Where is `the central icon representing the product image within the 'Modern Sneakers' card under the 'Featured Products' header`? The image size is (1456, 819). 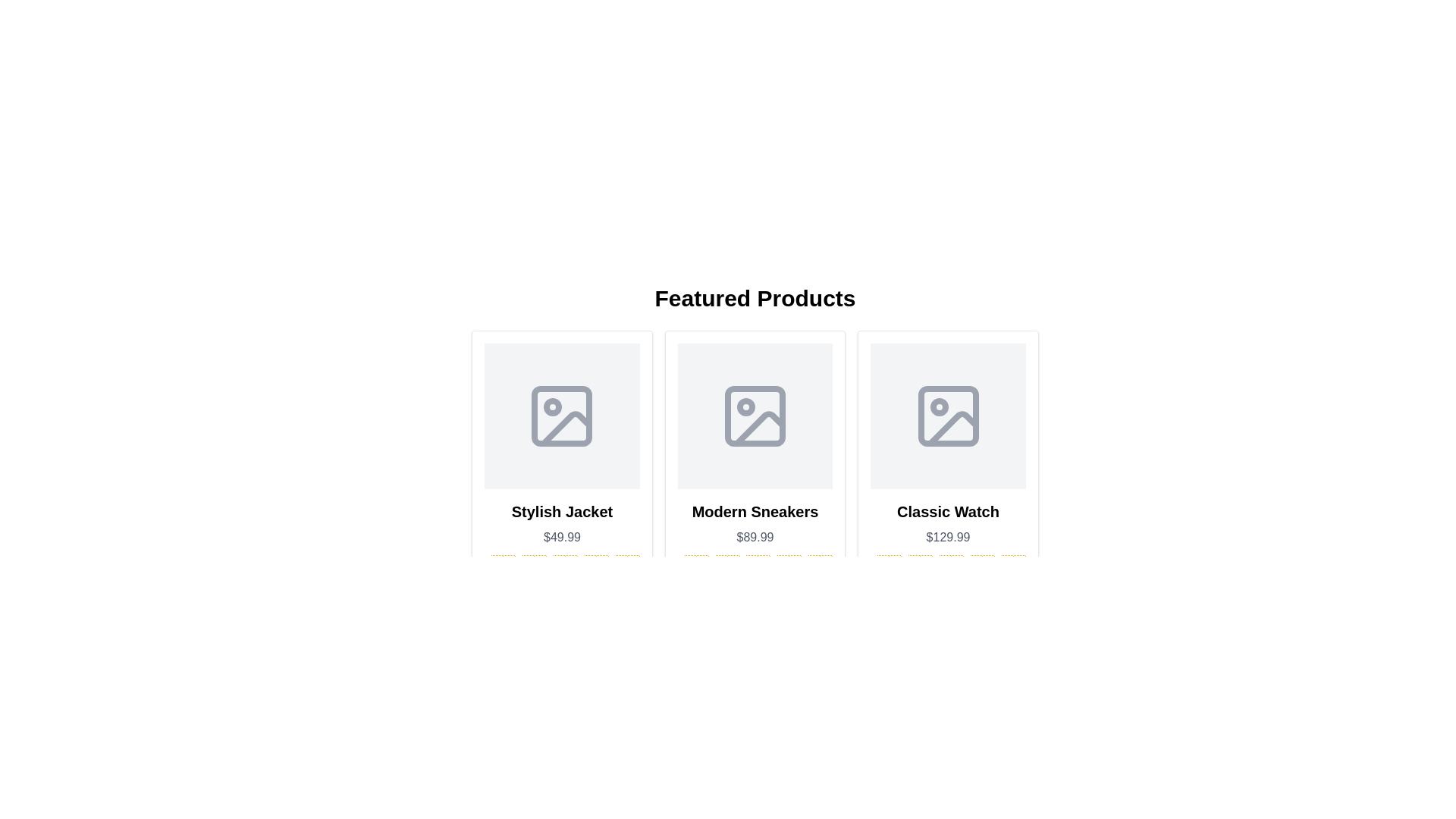
the central icon representing the product image within the 'Modern Sneakers' card under the 'Featured Products' header is located at coordinates (755, 416).